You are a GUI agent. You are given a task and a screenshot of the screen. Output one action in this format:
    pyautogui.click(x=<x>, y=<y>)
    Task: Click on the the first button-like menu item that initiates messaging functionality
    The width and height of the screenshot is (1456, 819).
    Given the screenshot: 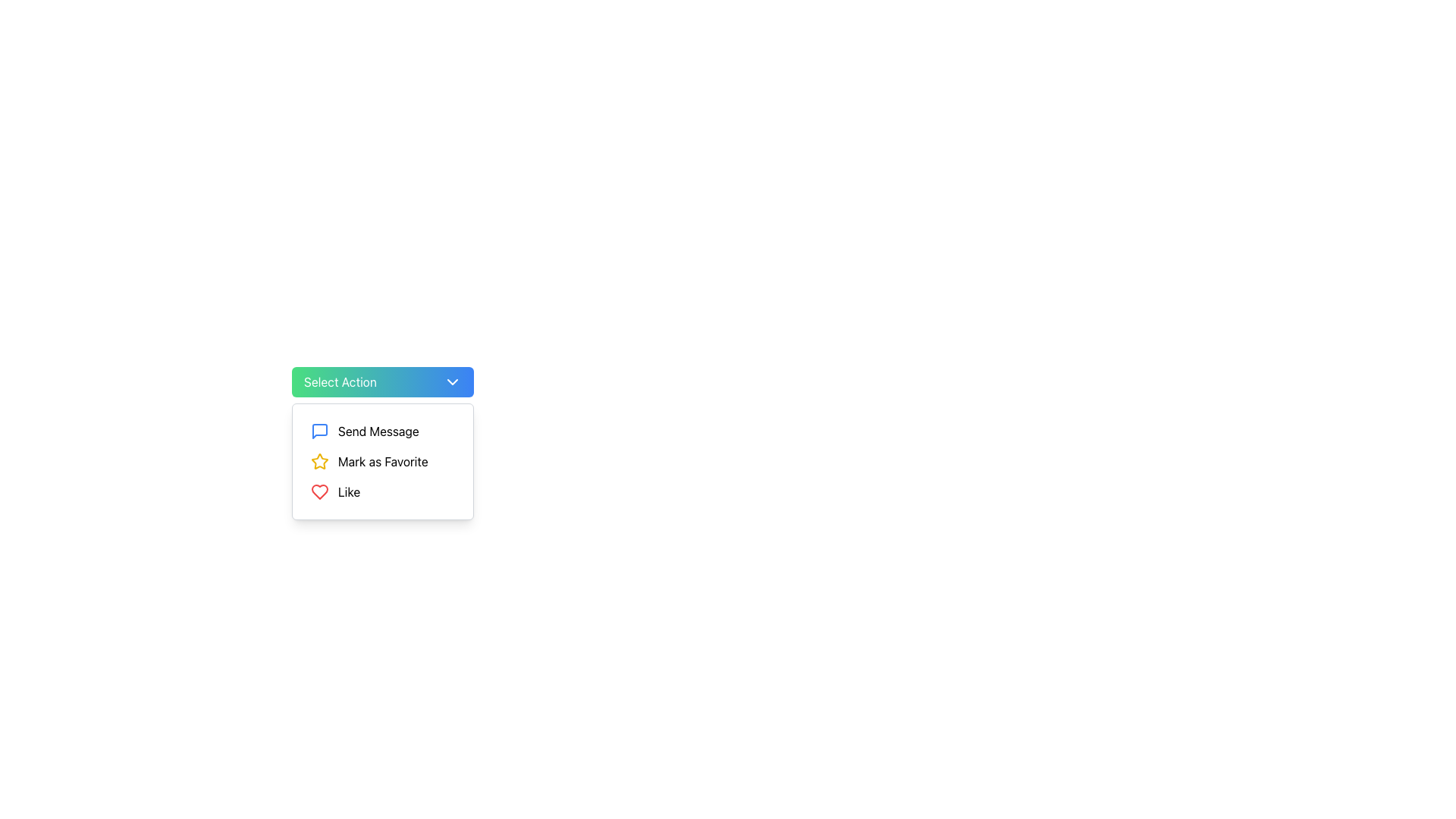 What is the action you would take?
    pyautogui.click(x=382, y=431)
    